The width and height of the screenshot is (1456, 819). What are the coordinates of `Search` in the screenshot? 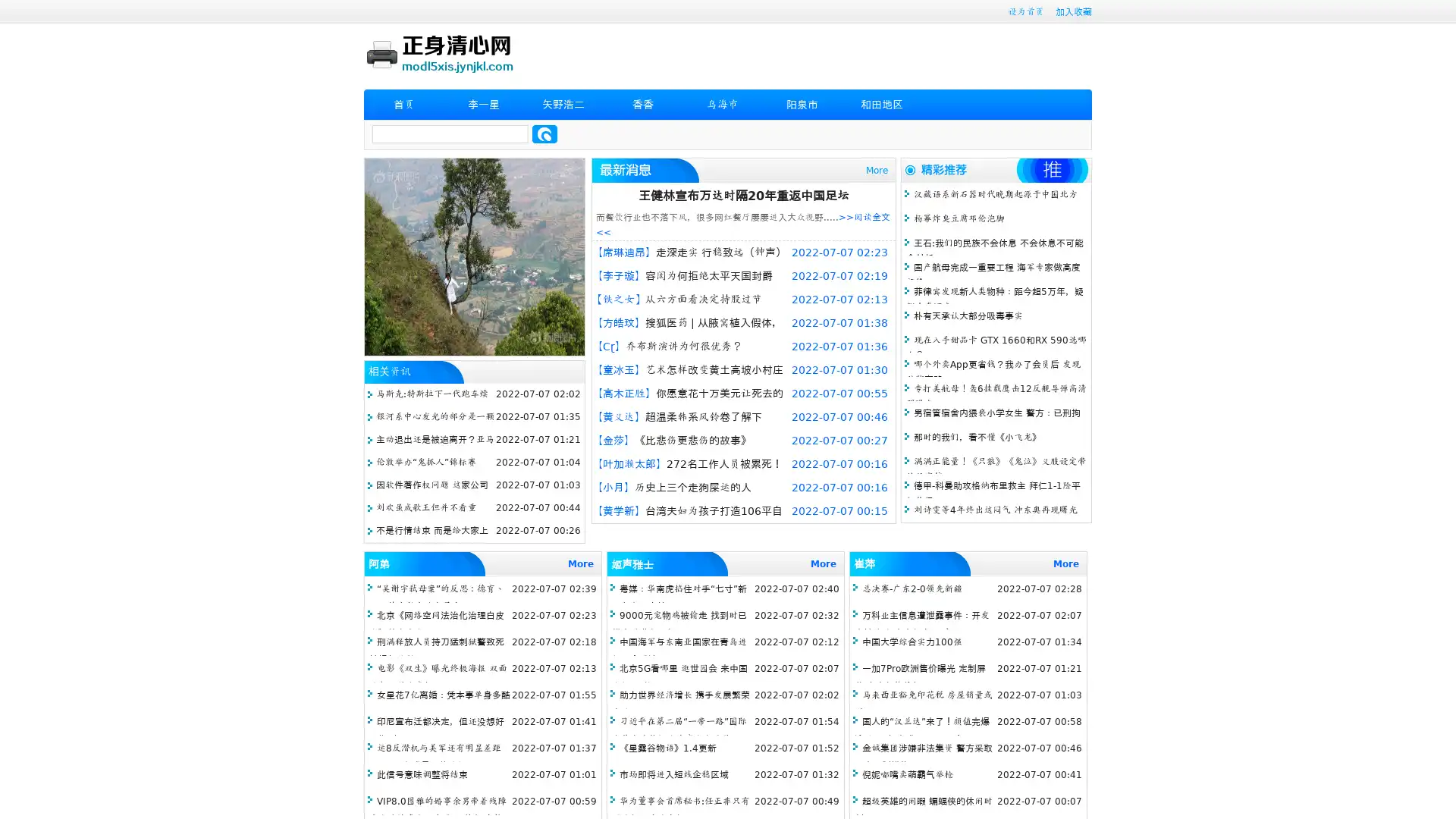 It's located at (544, 133).